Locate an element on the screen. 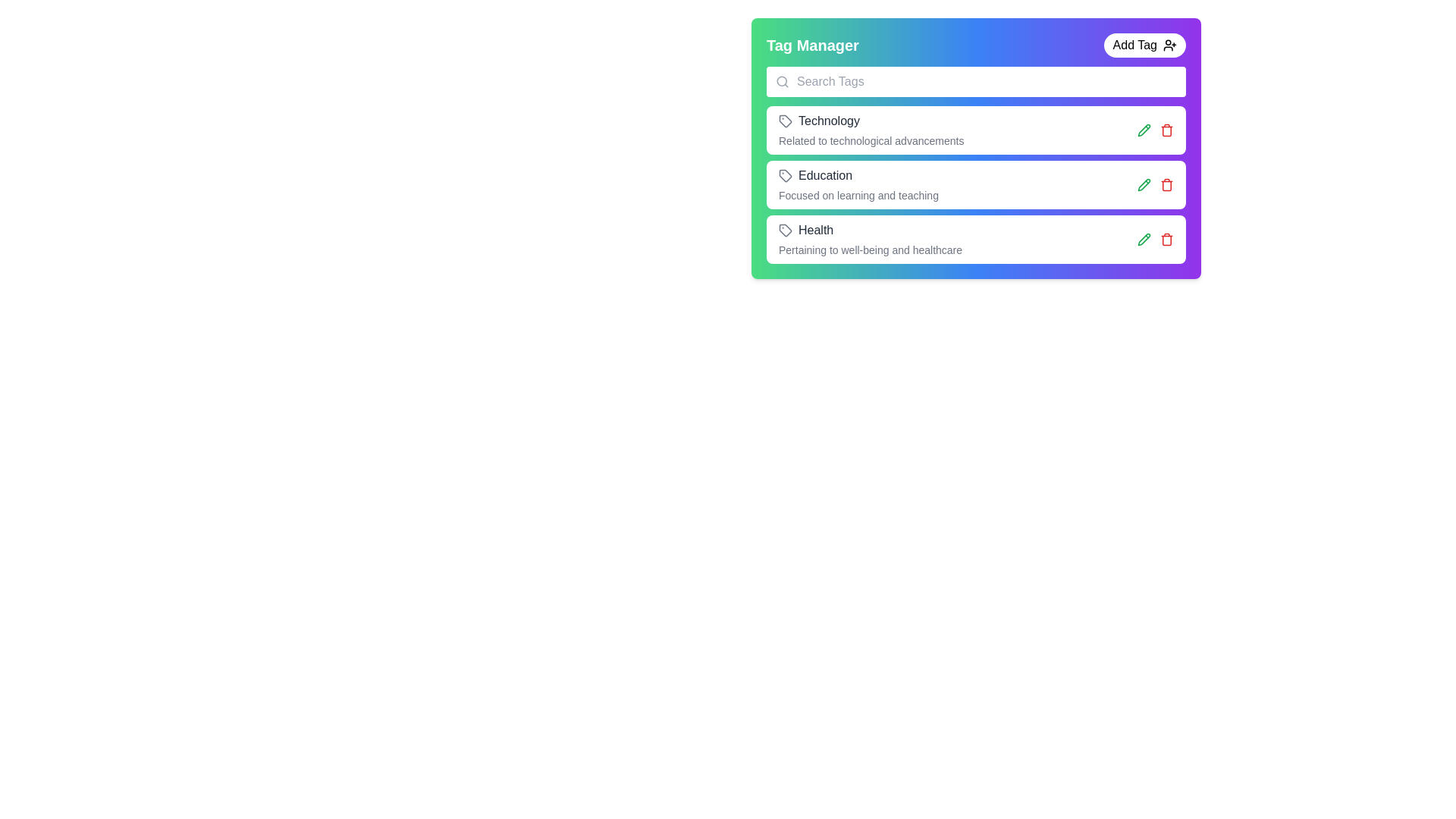 This screenshot has width=1456, height=819. the 'Education' tag icon, which is visually marked as an indicator in the tag entry list, positioned to the left of the 'Education' text label is located at coordinates (786, 174).